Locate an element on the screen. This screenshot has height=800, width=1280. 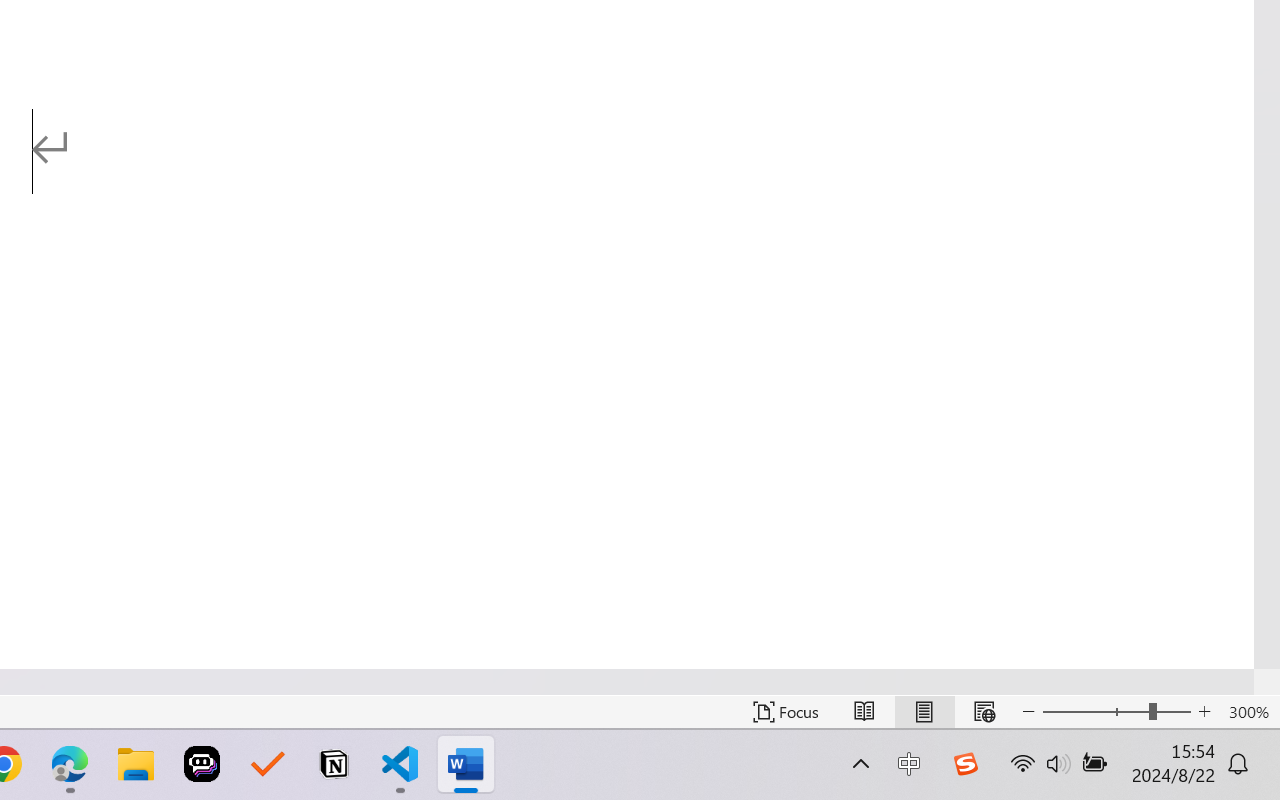
'Web Layout' is located at coordinates (984, 711).